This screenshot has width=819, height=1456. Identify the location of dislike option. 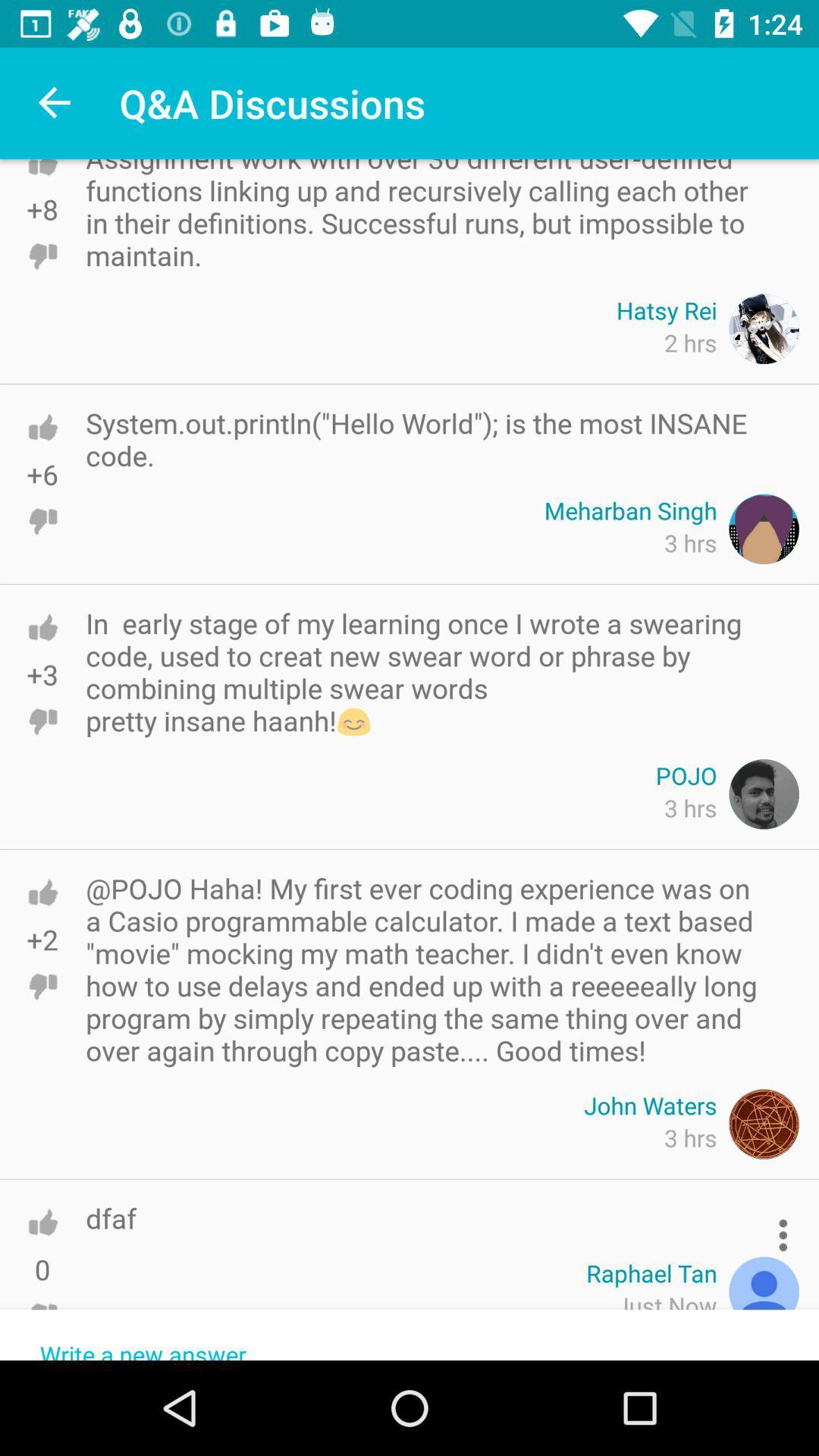
(42, 521).